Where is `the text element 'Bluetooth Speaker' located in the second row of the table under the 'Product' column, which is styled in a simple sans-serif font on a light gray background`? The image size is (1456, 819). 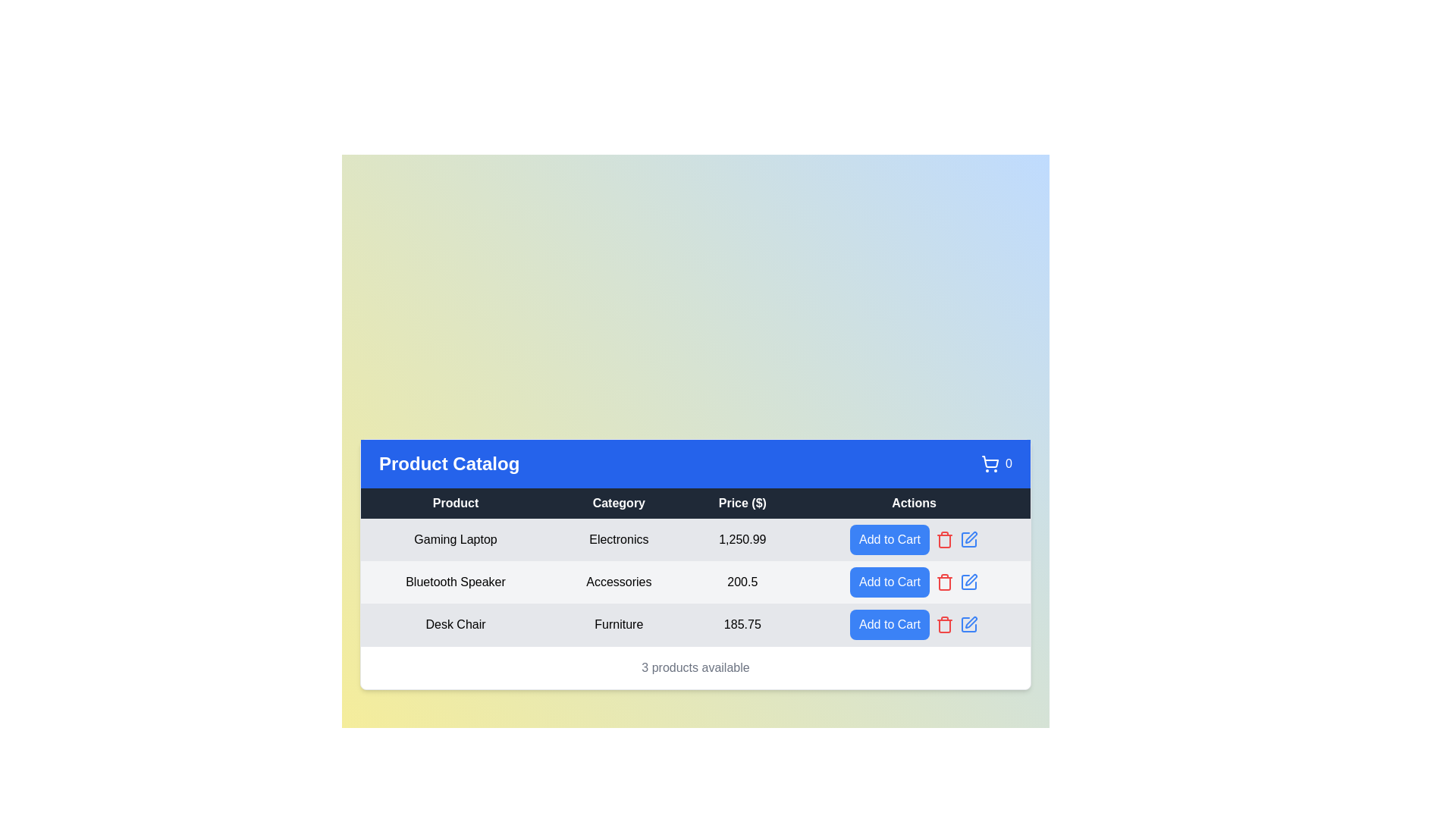 the text element 'Bluetooth Speaker' located in the second row of the table under the 'Product' column, which is styled in a simple sans-serif font on a light gray background is located at coordinates (454, 581).